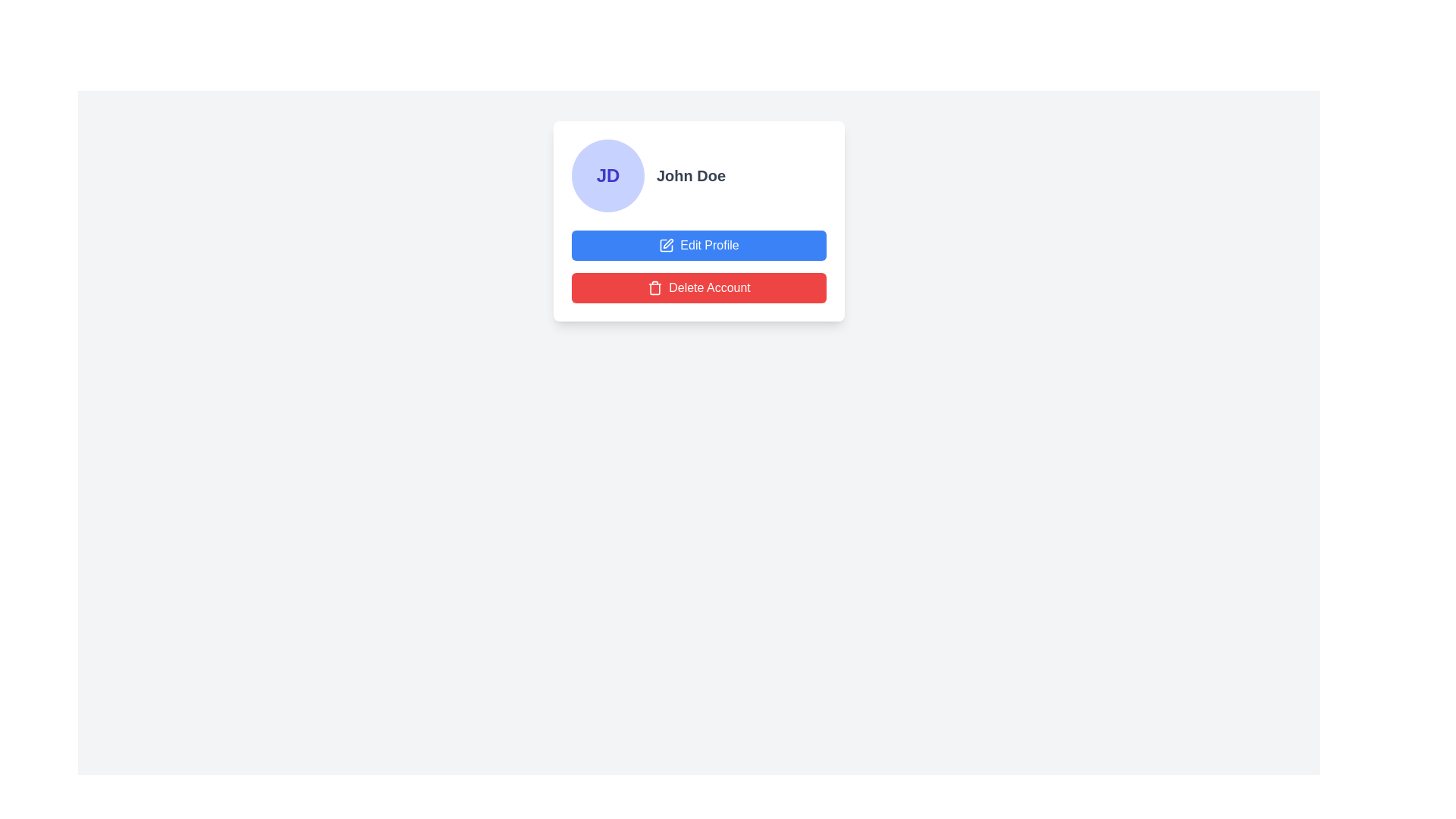 Image resolution: width=1456 pixels, height=819 pixels. I want to click on the 'Edit Profile' button which contains a white text label on a blue background located beneath the user name 'John Doe' in the profile information card, so click(709, 245).